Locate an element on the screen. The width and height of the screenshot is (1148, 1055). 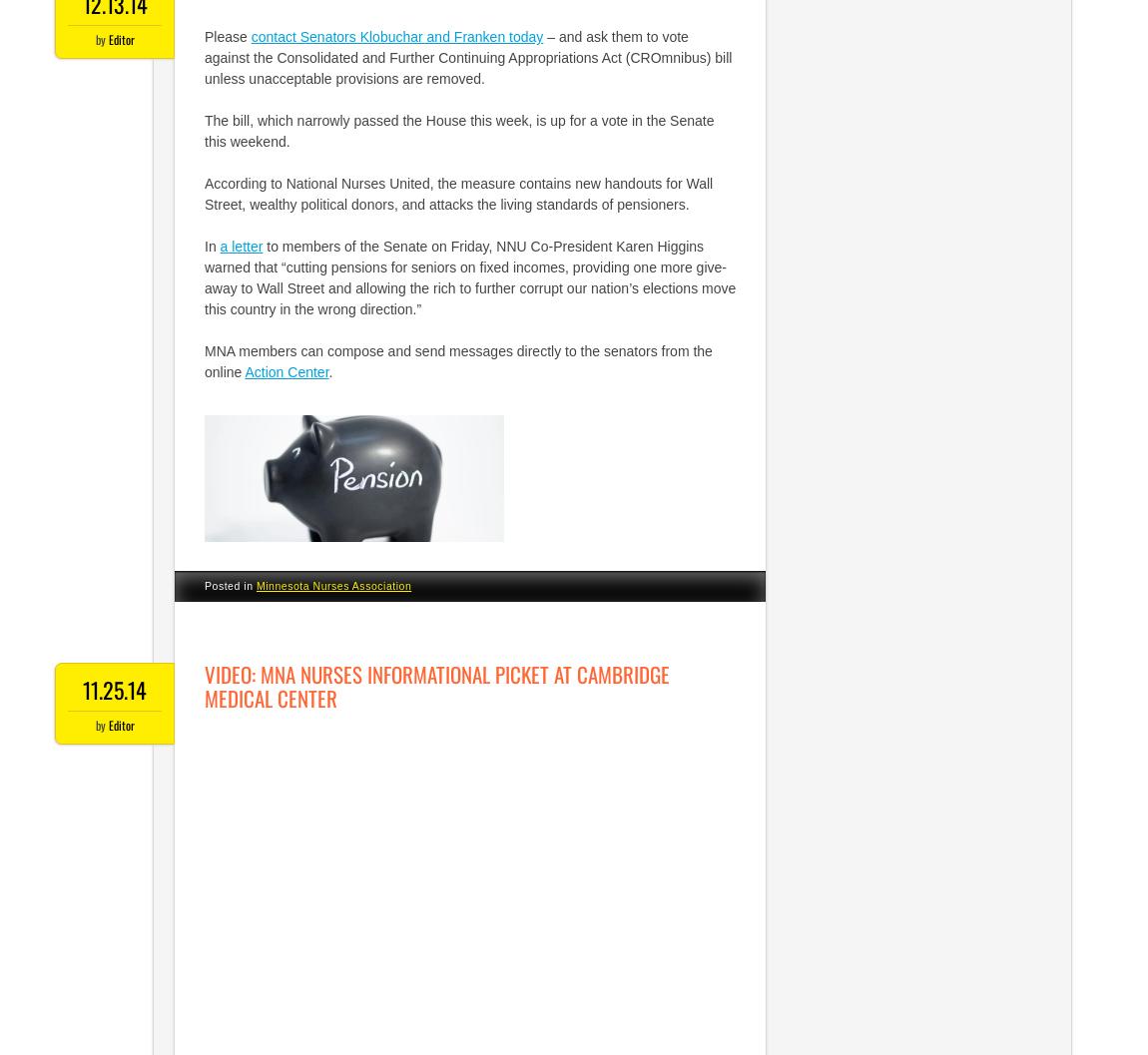
'Posted in' is located at coordinates (229, 584).